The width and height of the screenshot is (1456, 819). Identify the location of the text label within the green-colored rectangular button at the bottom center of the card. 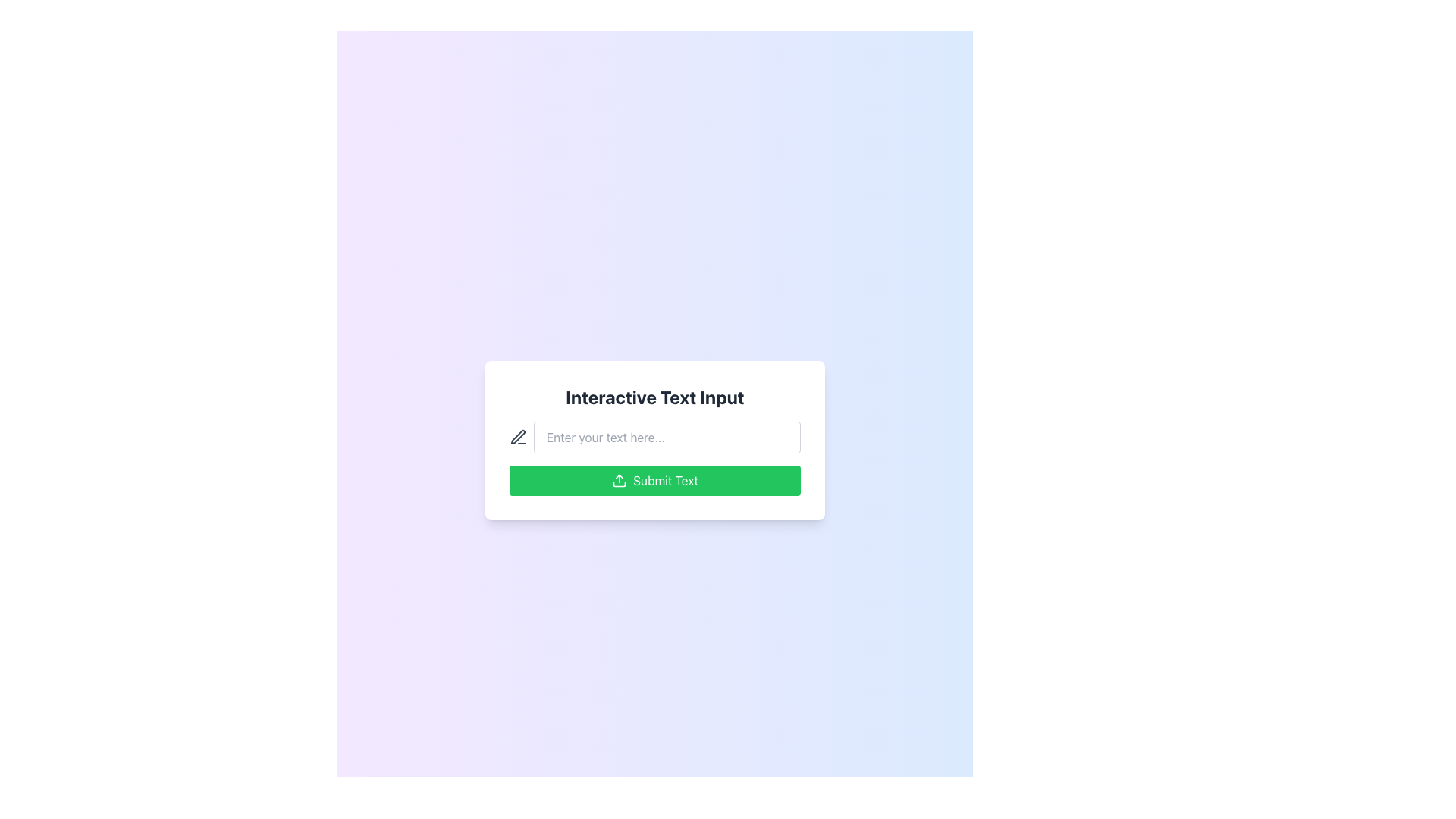
(666, 480).